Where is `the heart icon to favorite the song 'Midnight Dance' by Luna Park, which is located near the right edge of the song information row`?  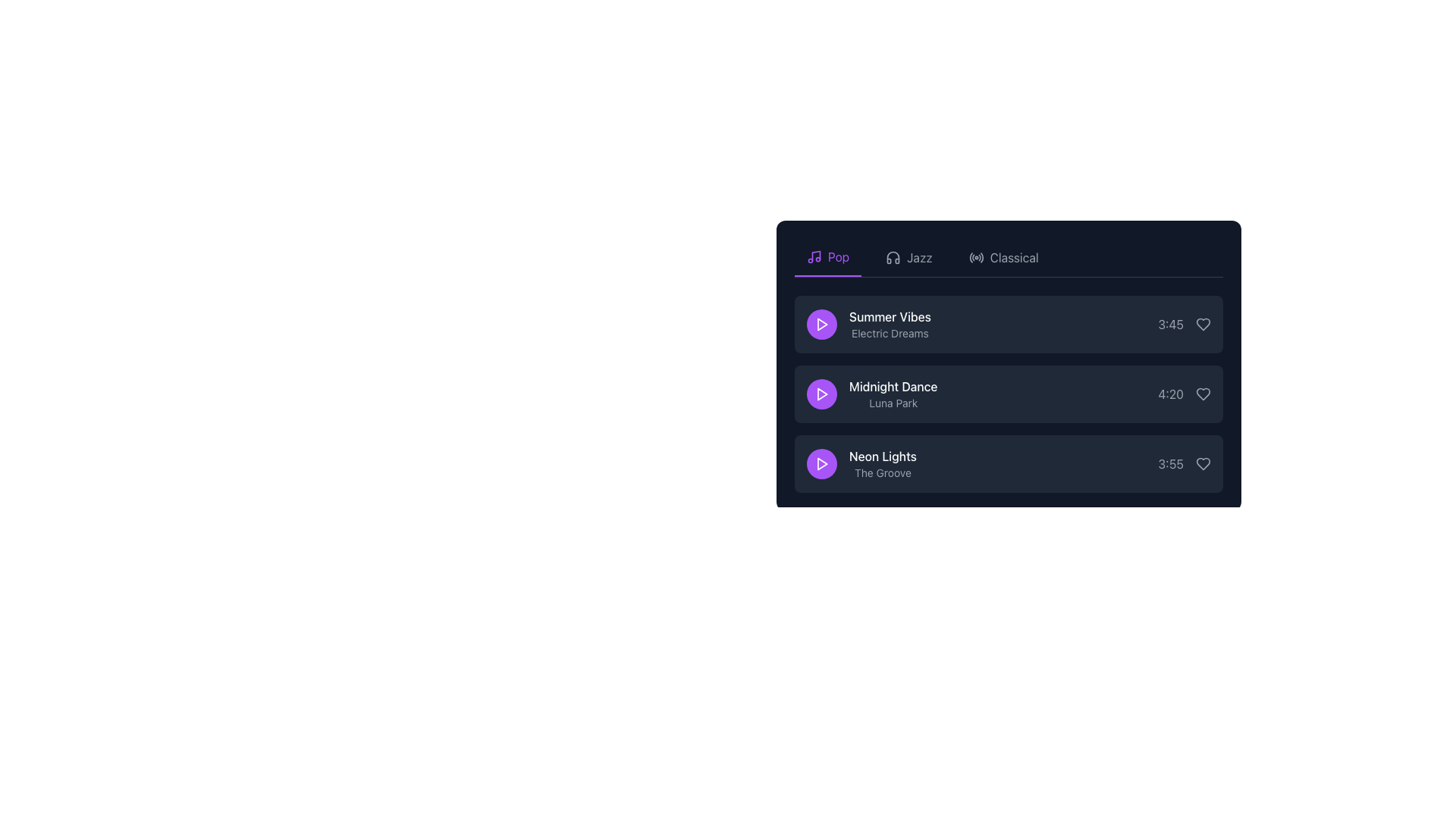 the heart icon to favorite the song 'Midnight Dance' by Luna Park, which is located near the right edge of the song information row is located at coordinates (1203, 394).